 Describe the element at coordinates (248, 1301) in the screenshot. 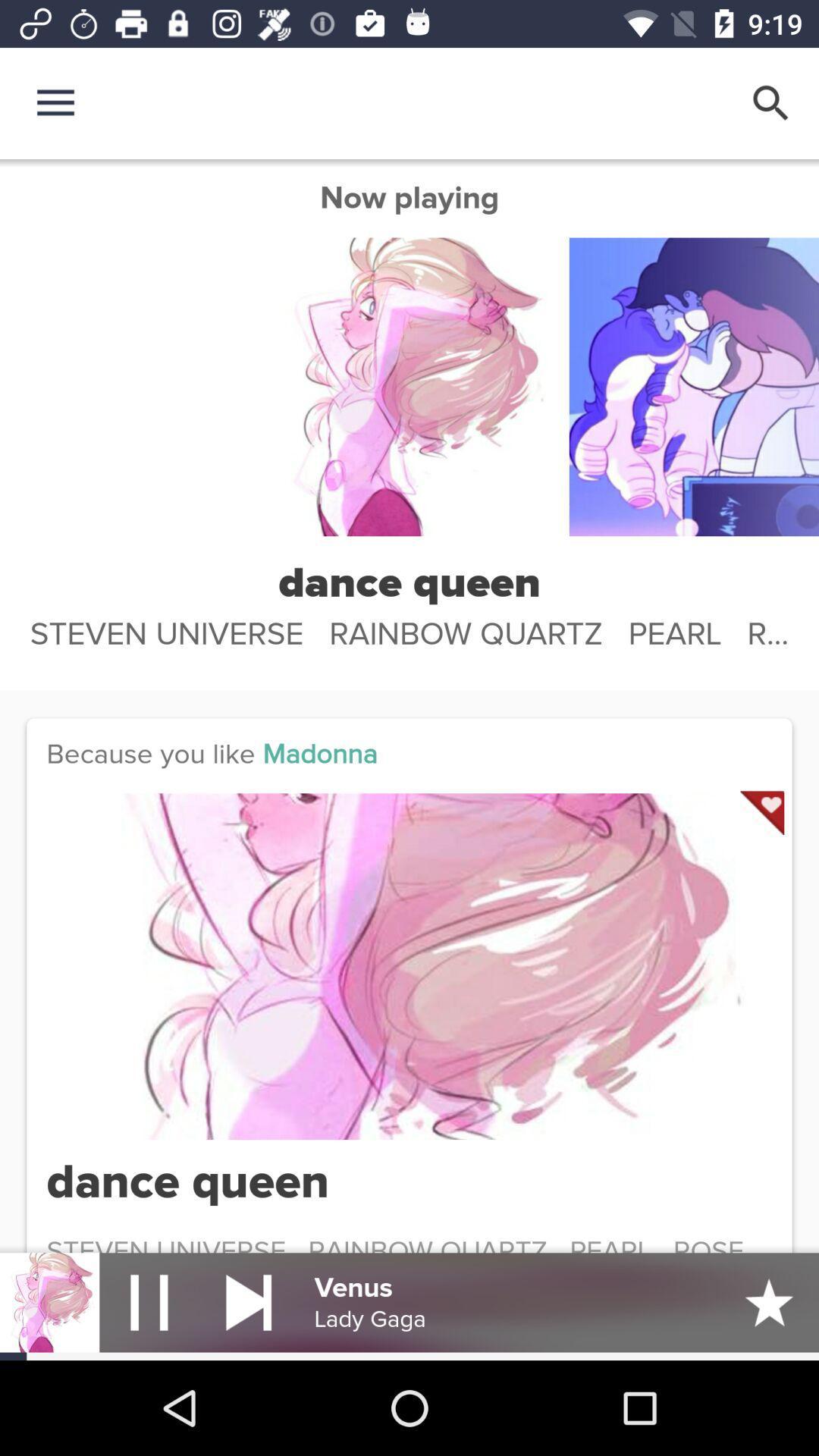

I see `the skip_next icon` at that location.